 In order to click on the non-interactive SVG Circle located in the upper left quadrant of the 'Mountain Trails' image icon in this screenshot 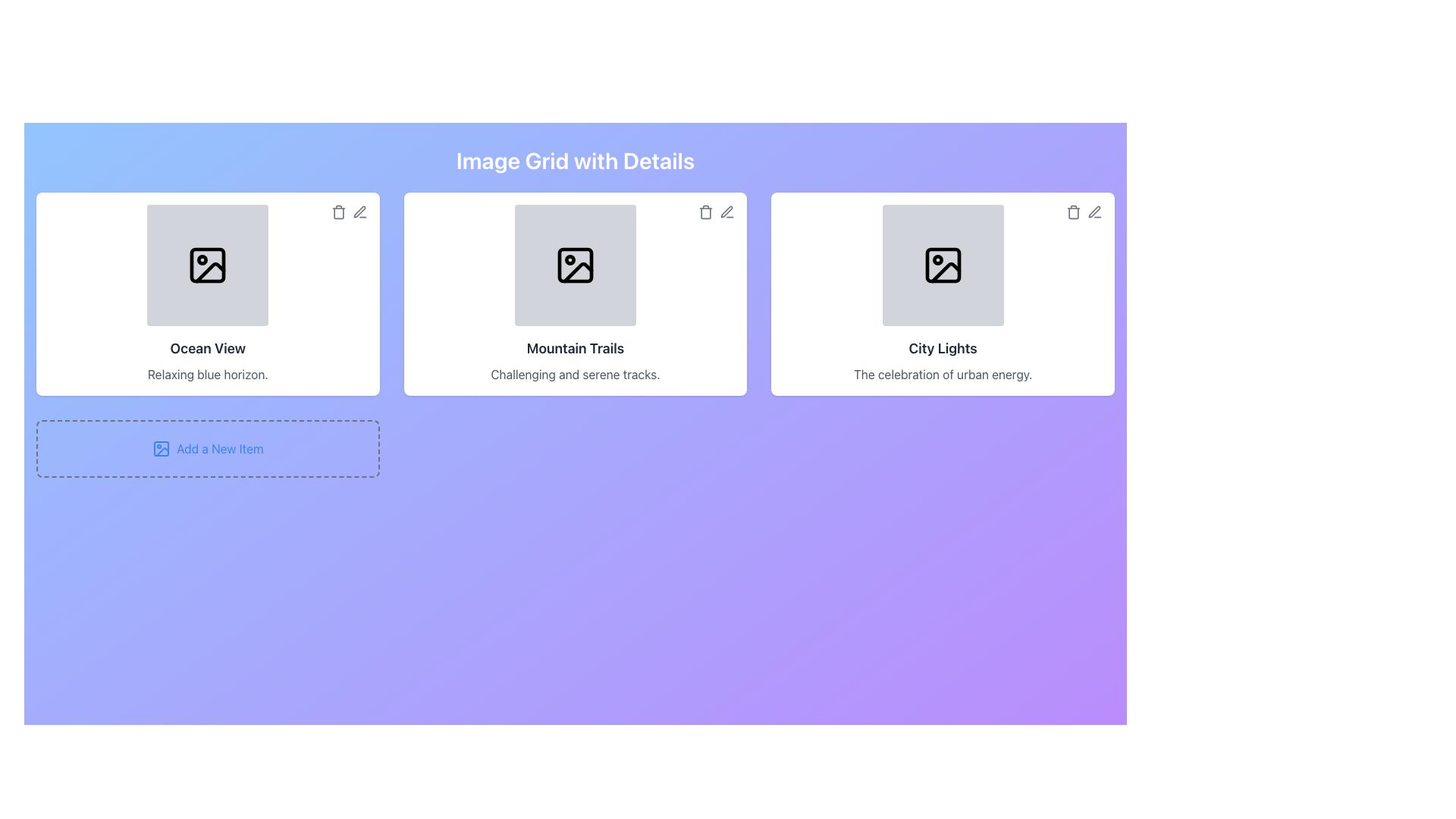, I will do `click(570, 259)`.